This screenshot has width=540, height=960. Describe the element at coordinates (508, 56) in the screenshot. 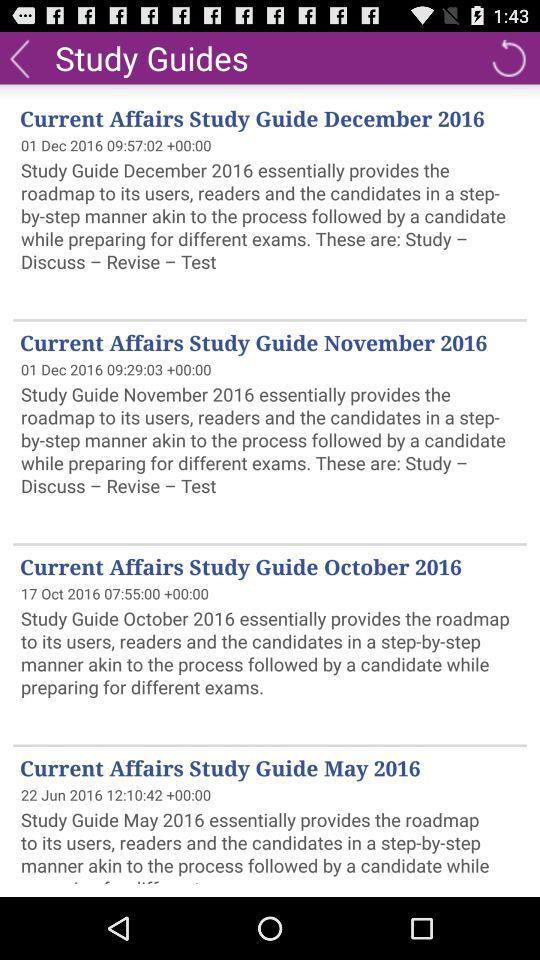

I see `the item next to study guides item` at that location.